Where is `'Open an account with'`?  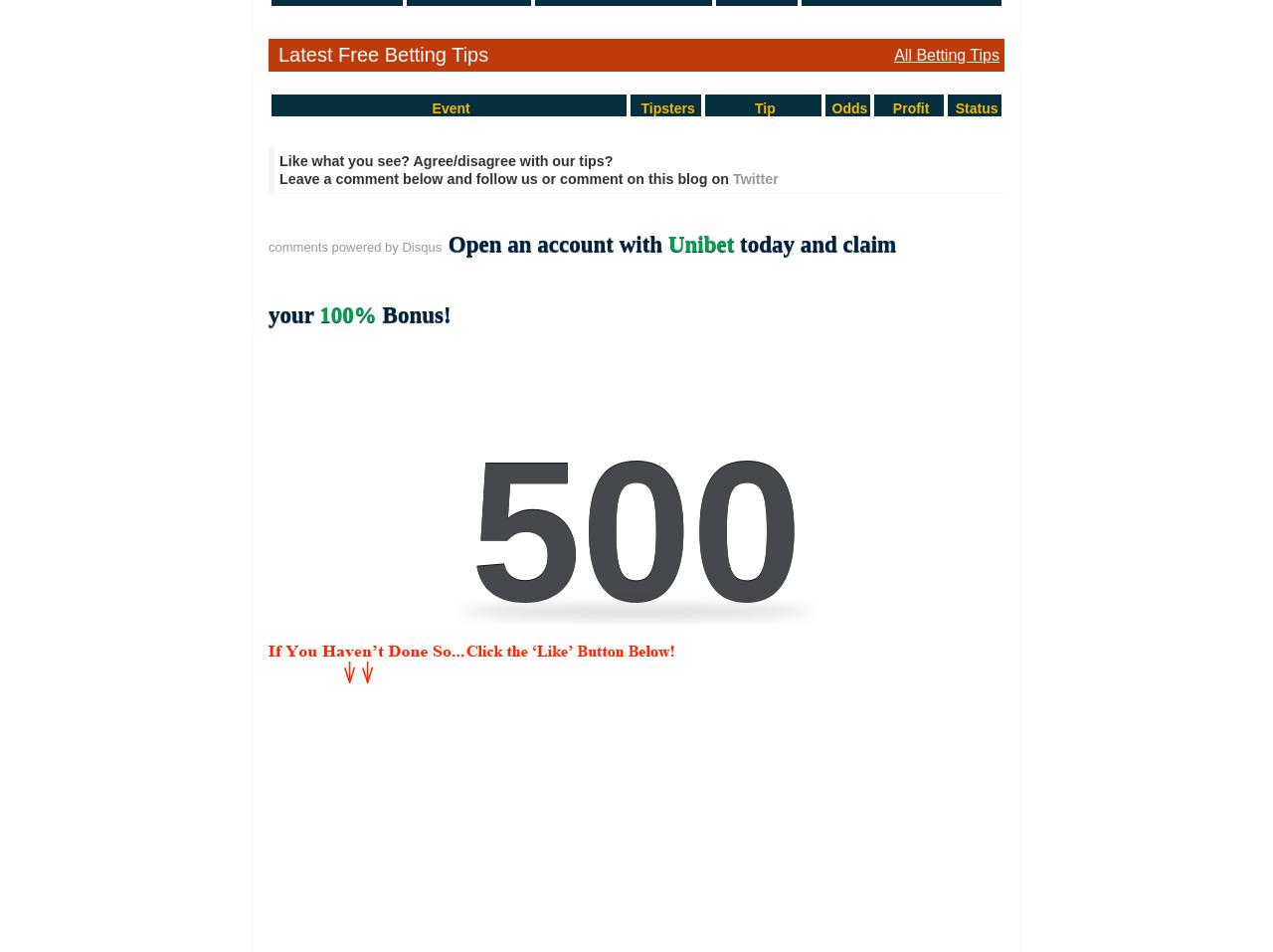 'Open an account with' is located at coordinates (557, 243).